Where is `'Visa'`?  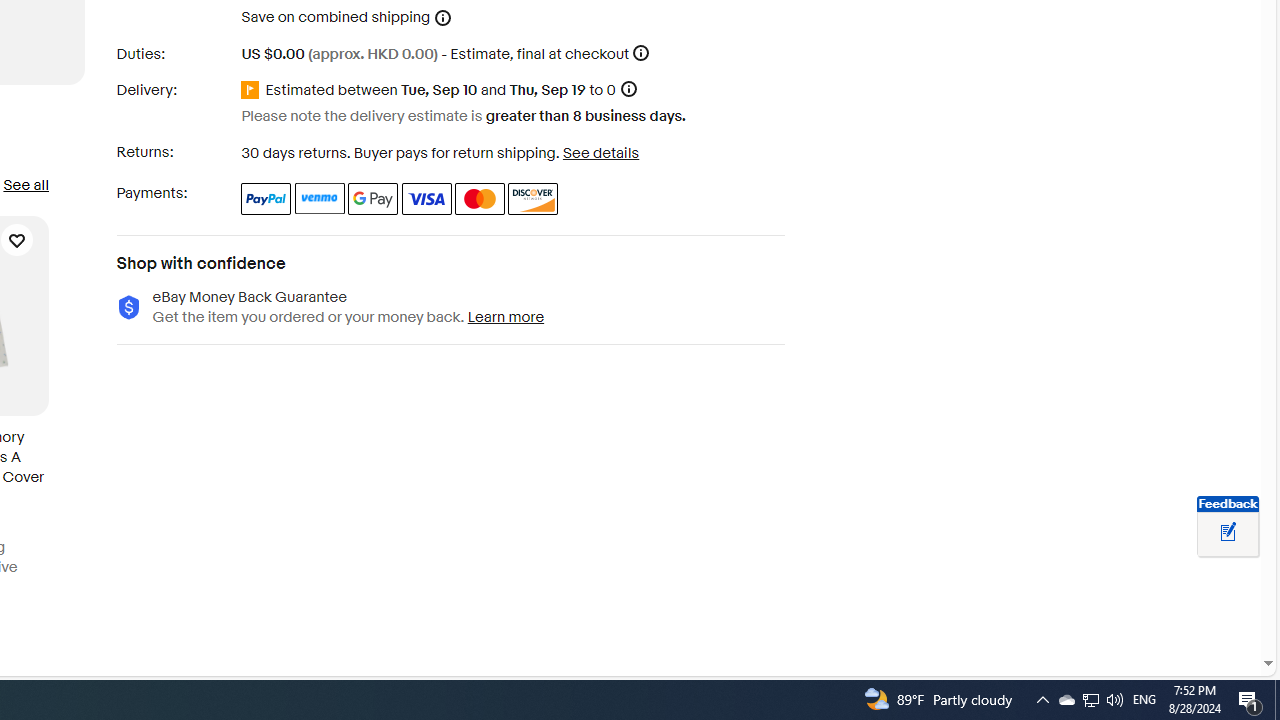 'Visa' is located at coordinates (425, 198).